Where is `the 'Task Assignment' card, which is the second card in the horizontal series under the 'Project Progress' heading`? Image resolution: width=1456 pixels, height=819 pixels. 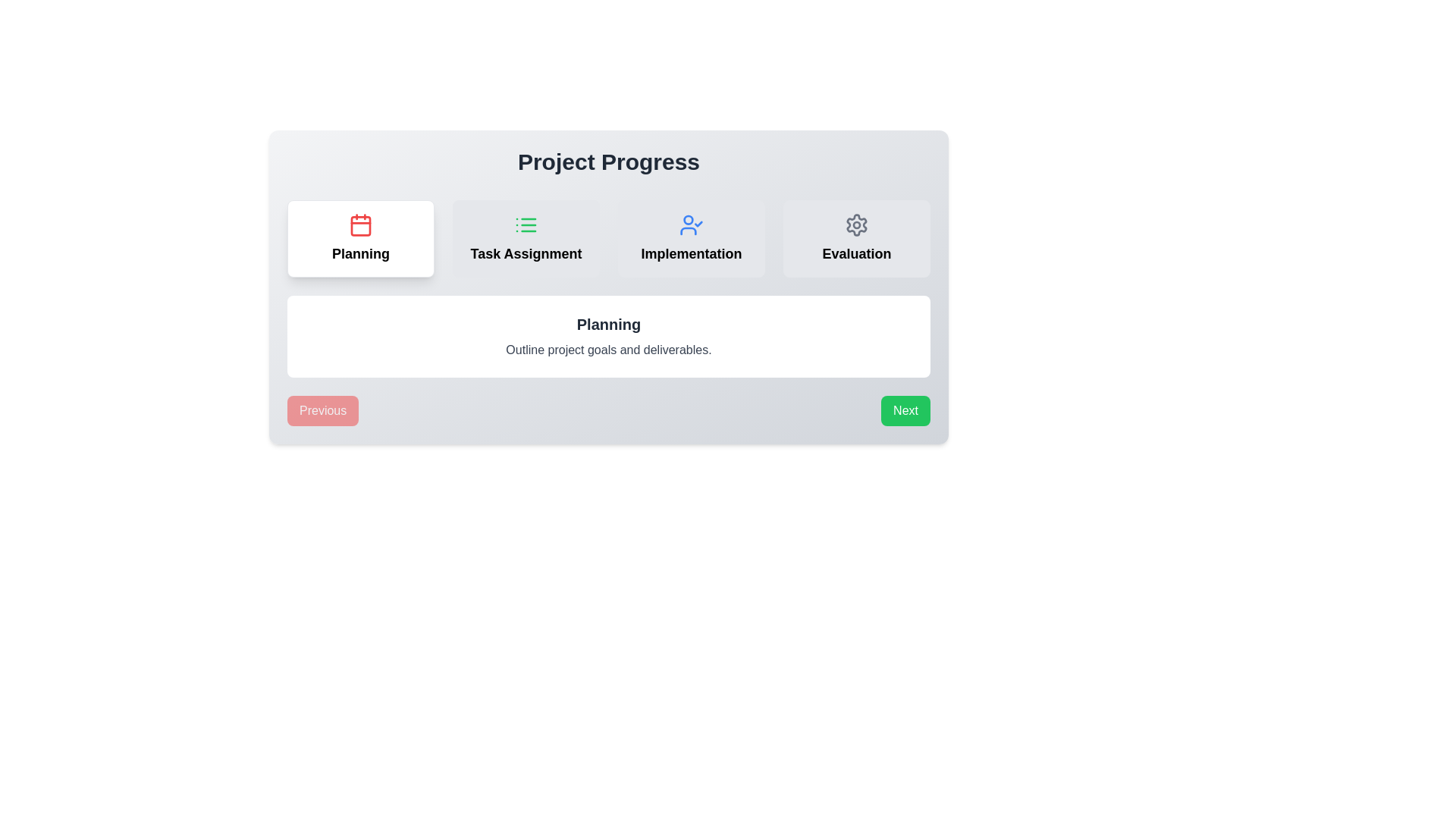 the 'Task Assignment' card, which is the second card in the horizontal series under the 'Project Progress' heading is located at coordinates (526, 239).